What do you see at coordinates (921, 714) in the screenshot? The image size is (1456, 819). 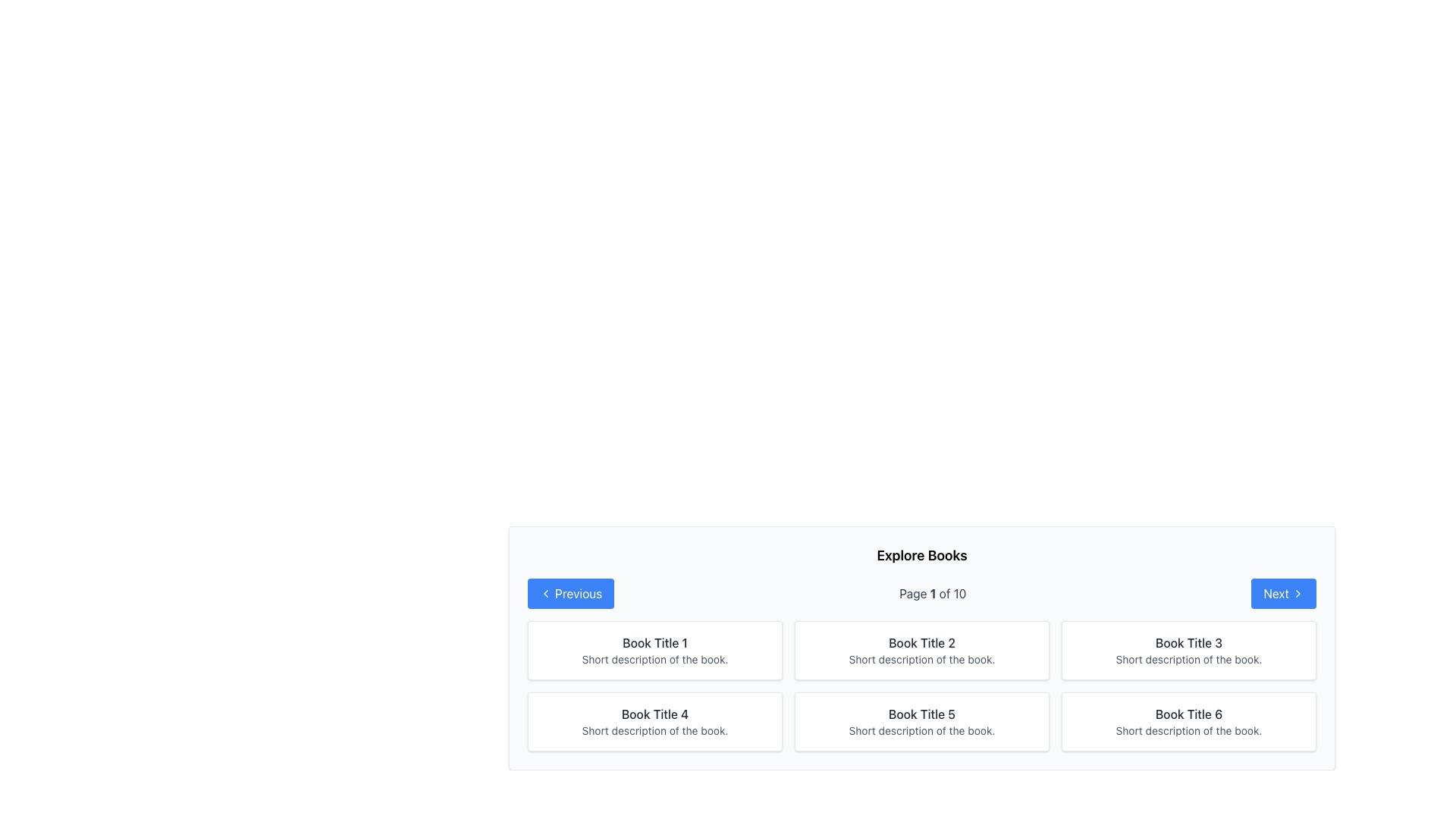 I see `the text label that serves as the title for the card, located centrally in the bottom row of the grid layout` at bounding box center [921, 714].